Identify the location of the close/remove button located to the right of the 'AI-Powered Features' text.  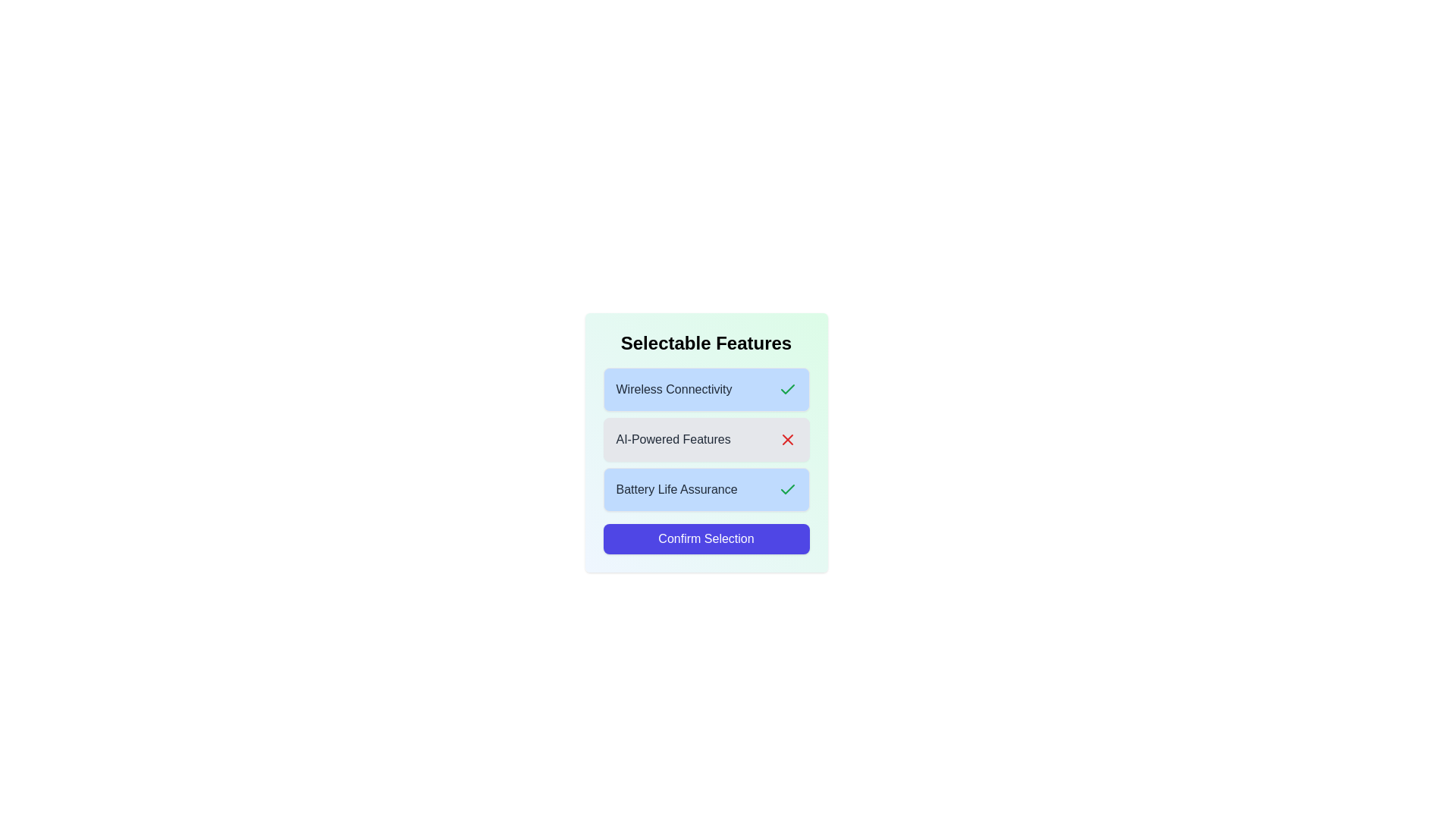
(787, 439).